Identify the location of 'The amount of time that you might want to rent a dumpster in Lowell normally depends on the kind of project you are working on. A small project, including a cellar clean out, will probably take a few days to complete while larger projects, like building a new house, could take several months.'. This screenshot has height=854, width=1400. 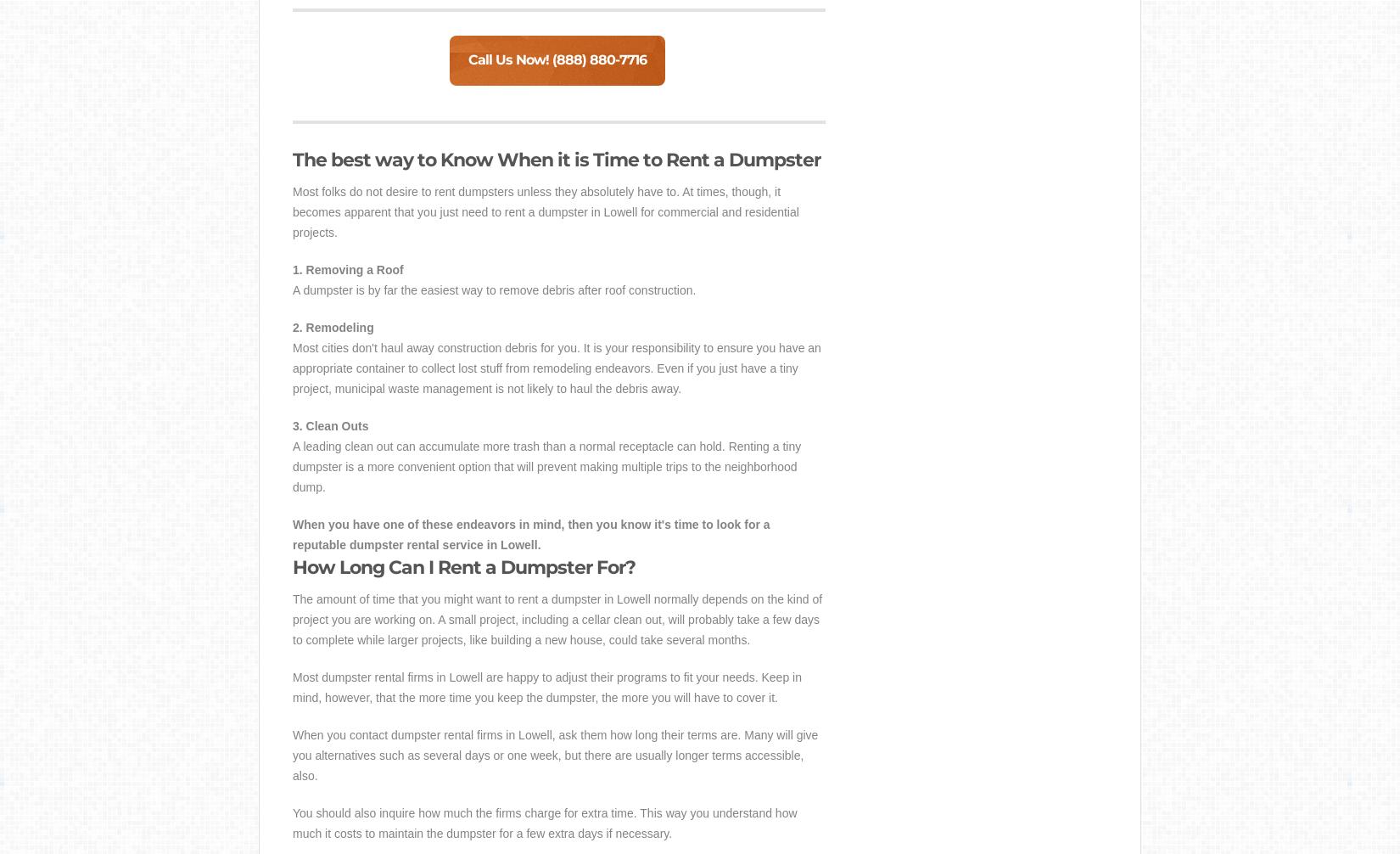
(557, 619).